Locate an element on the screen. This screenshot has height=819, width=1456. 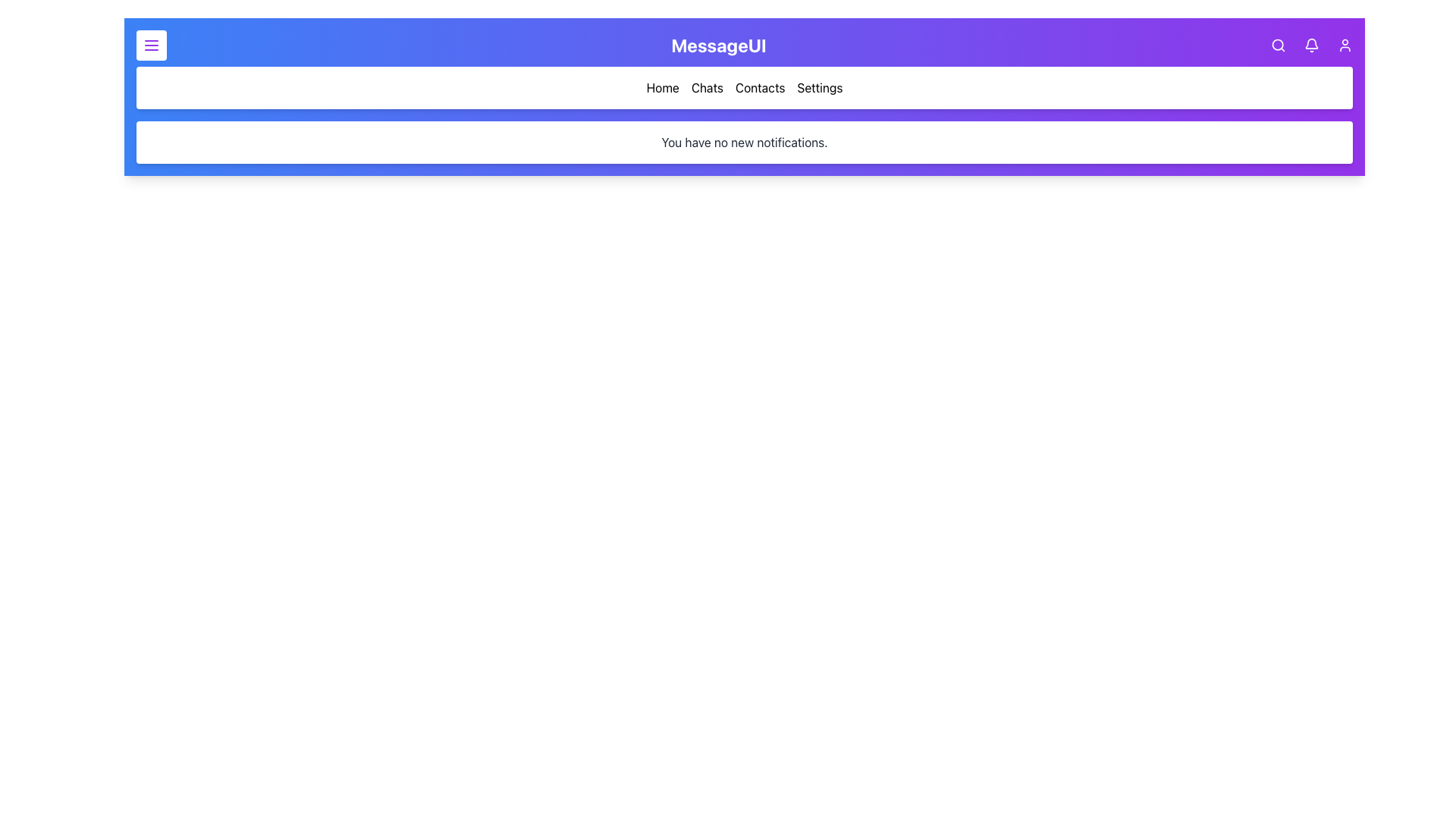
the 'Contacts' label in the Navigation bar is located at coordinates (745, 87).